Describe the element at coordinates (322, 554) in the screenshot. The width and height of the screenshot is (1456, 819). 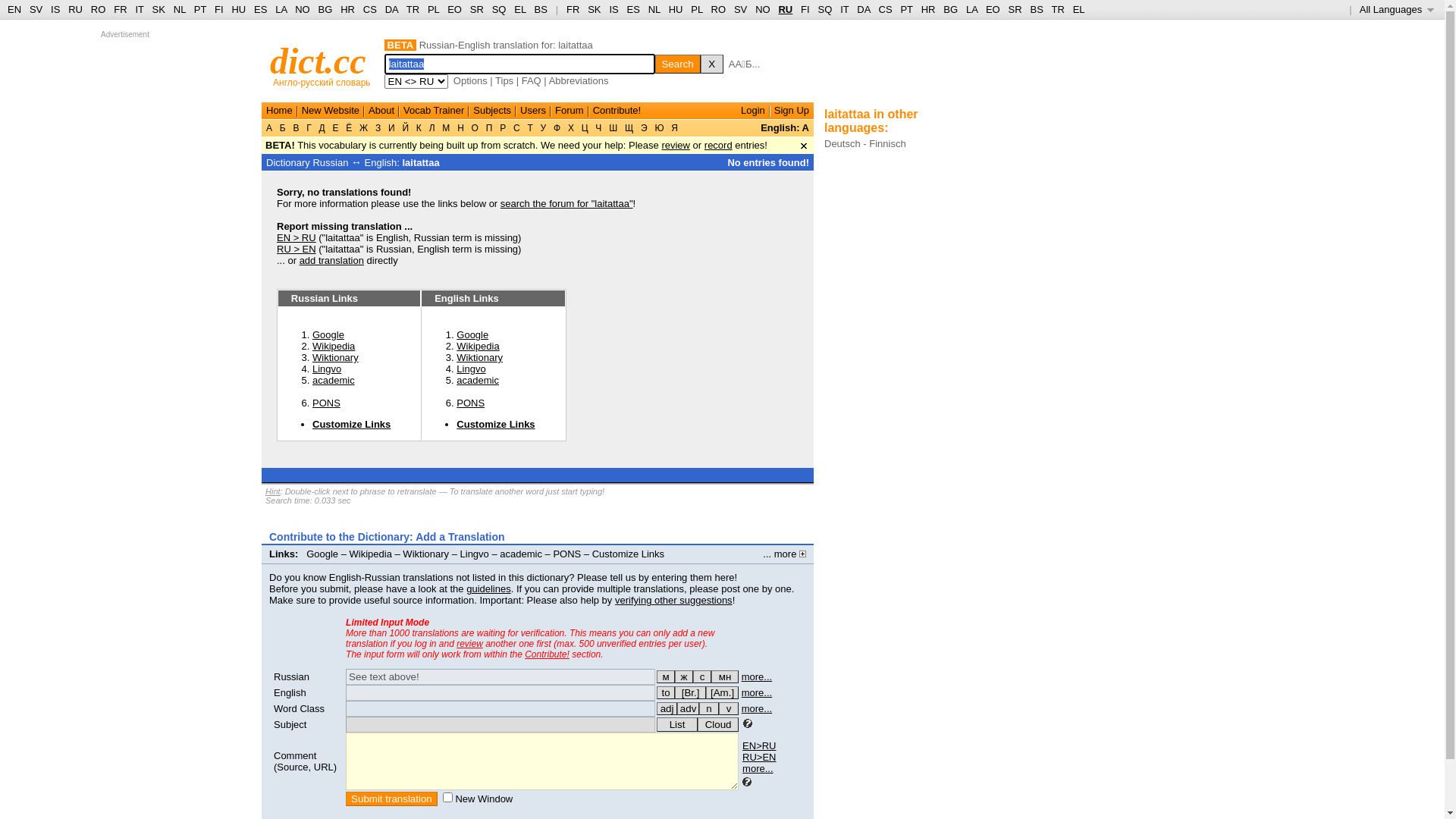
I see `'Google'` at that location.